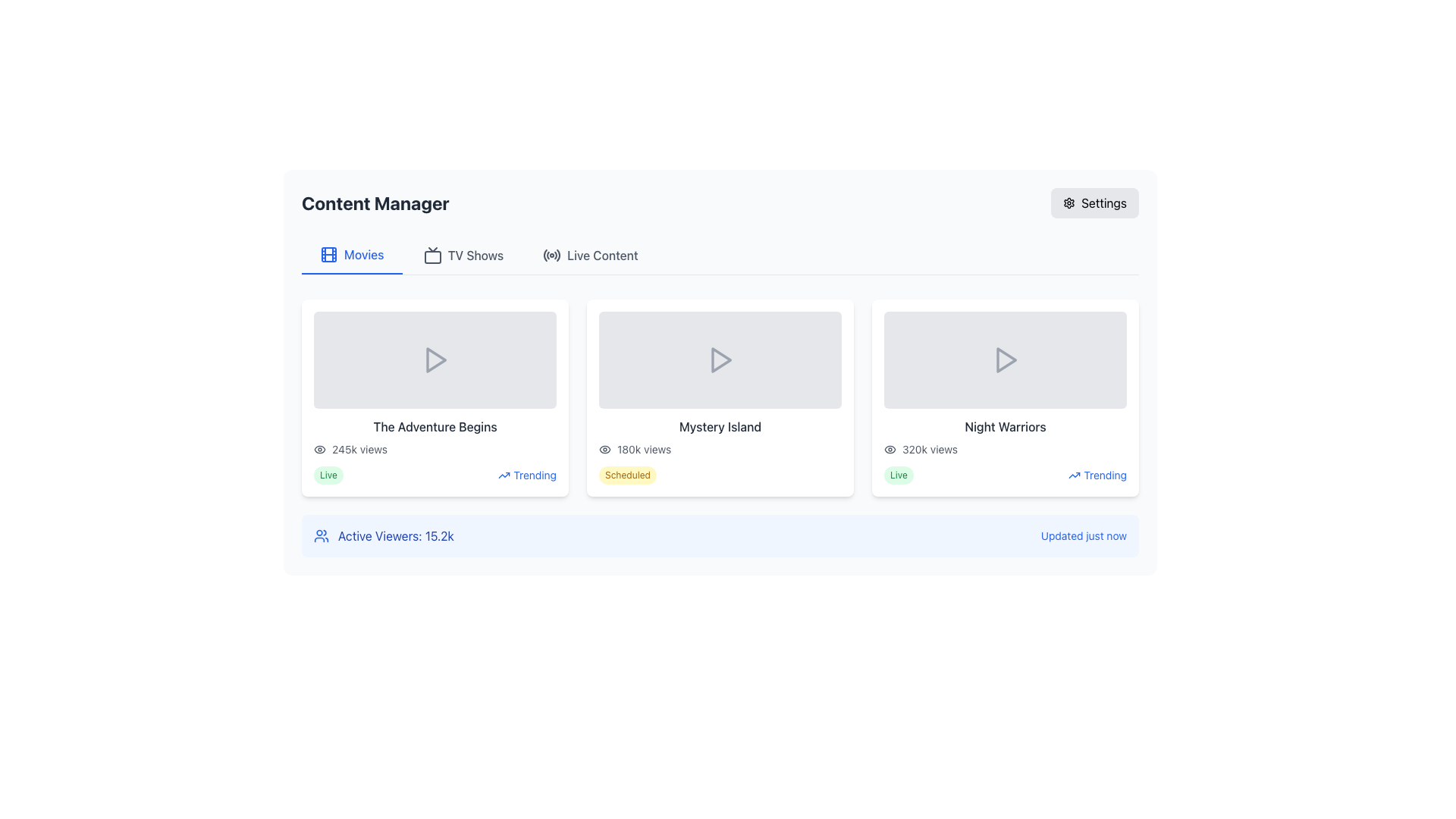  I want to click on the Text Label located in the lower section of the rightmost content card, directly below the video thumbnail area, so click(1005, 427).